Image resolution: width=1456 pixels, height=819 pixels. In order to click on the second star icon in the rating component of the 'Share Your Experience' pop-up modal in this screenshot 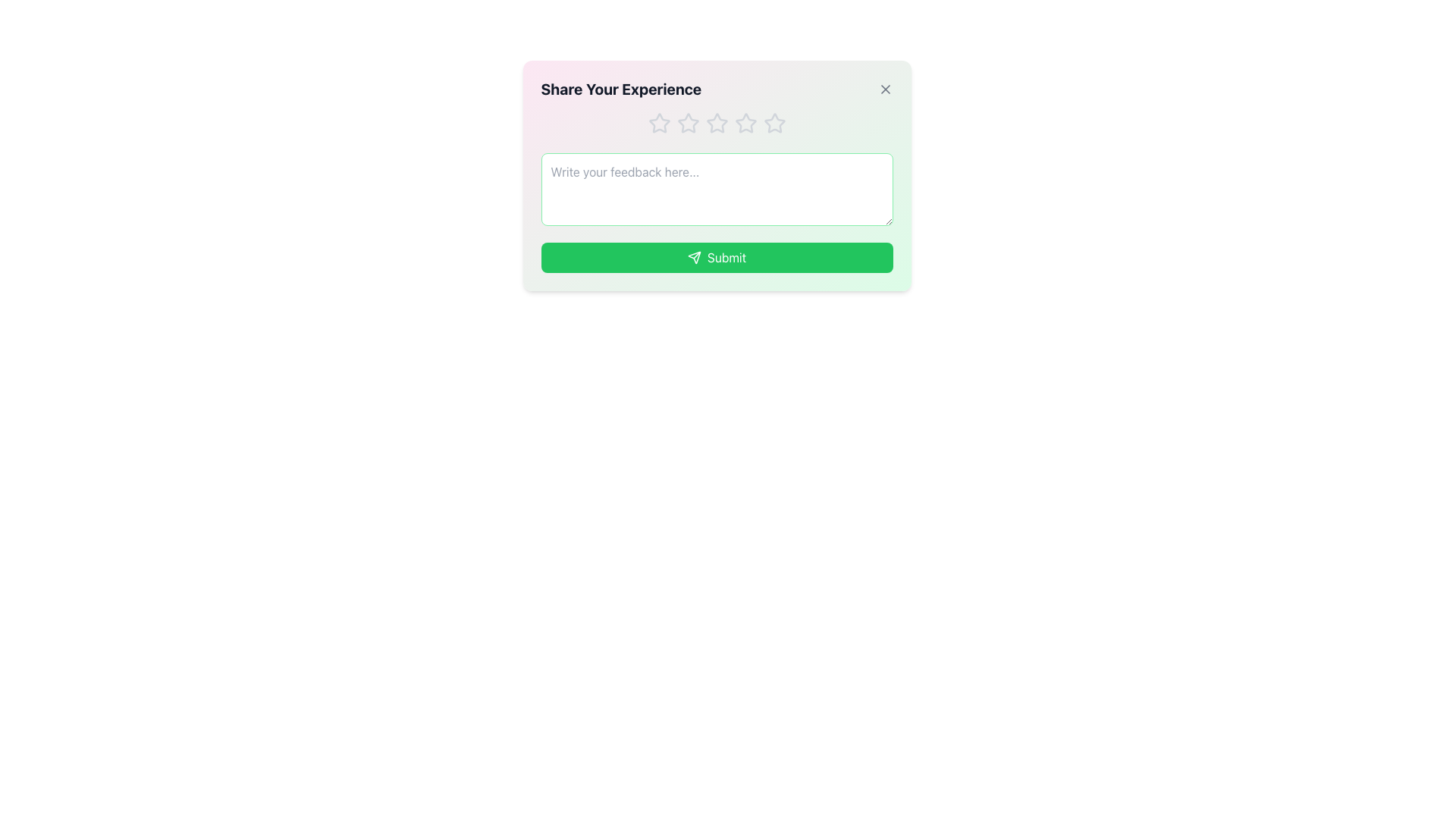, I will do `click(687, 122)`.